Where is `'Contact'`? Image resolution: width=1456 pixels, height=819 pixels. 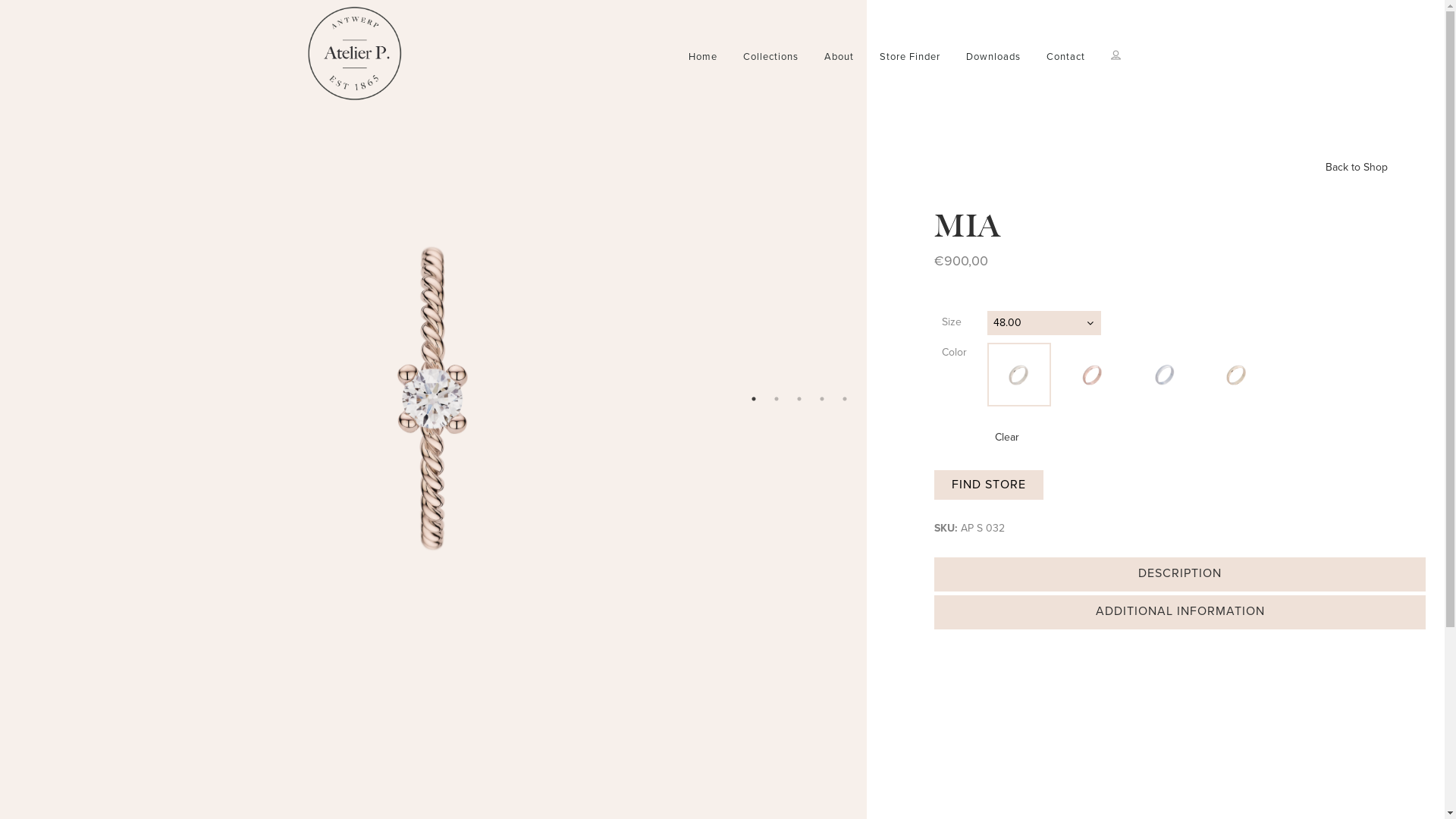 'Contact' is located at coordinates (1064, 55).